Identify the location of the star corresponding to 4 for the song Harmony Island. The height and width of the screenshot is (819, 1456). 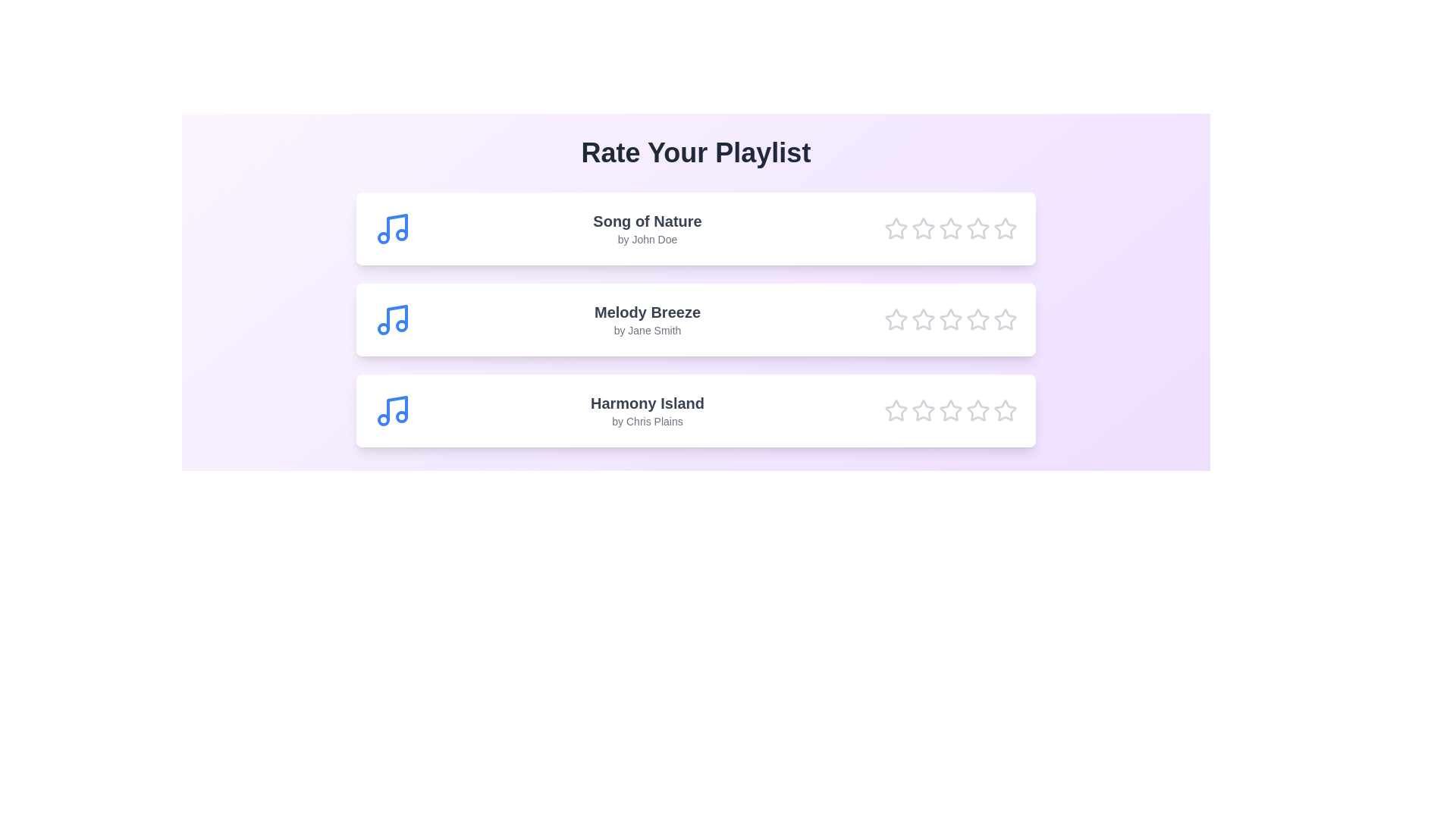
(978, 411).